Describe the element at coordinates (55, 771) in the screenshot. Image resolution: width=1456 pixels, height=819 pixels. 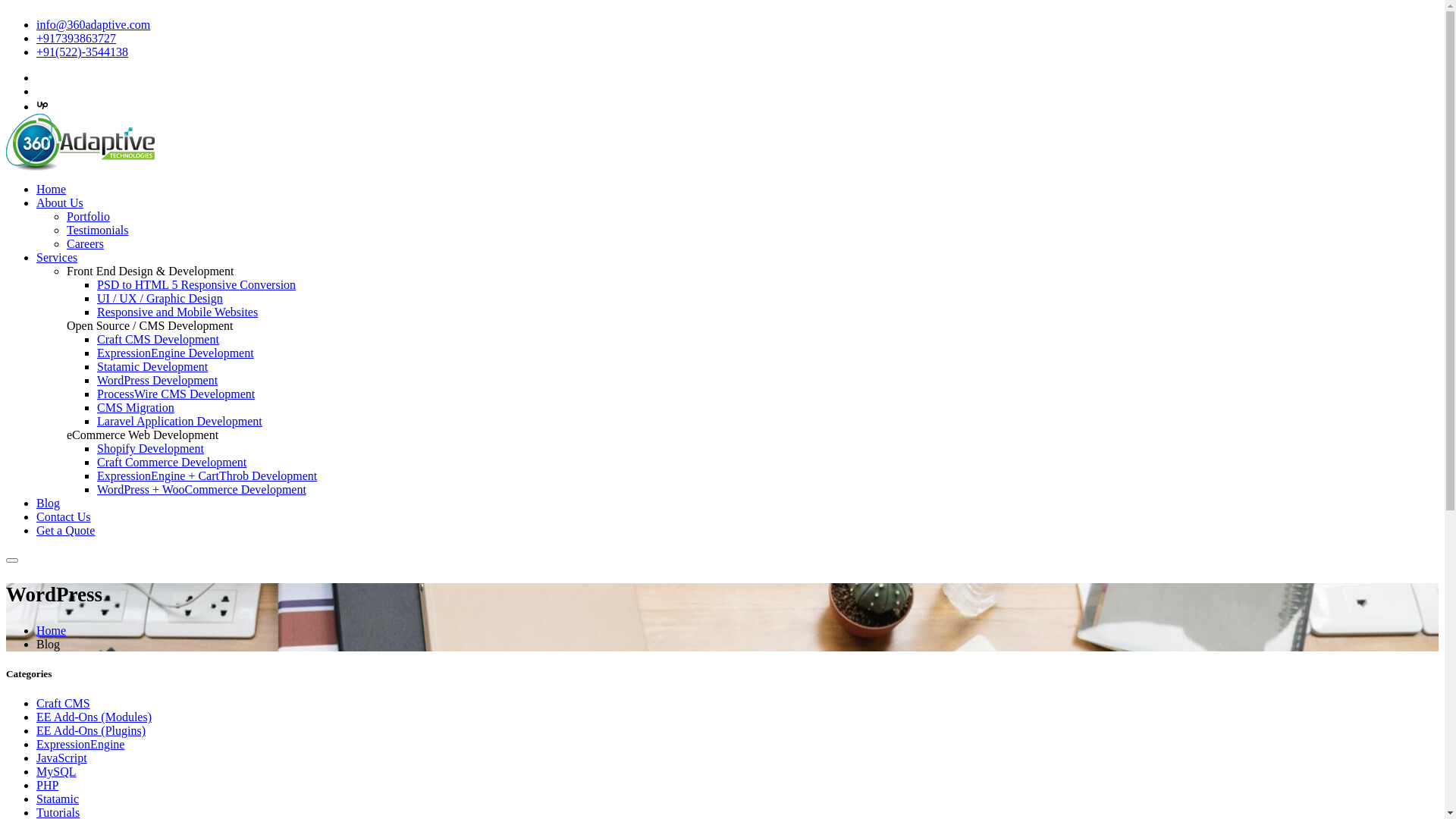
I see `'MySQL'` at that location.